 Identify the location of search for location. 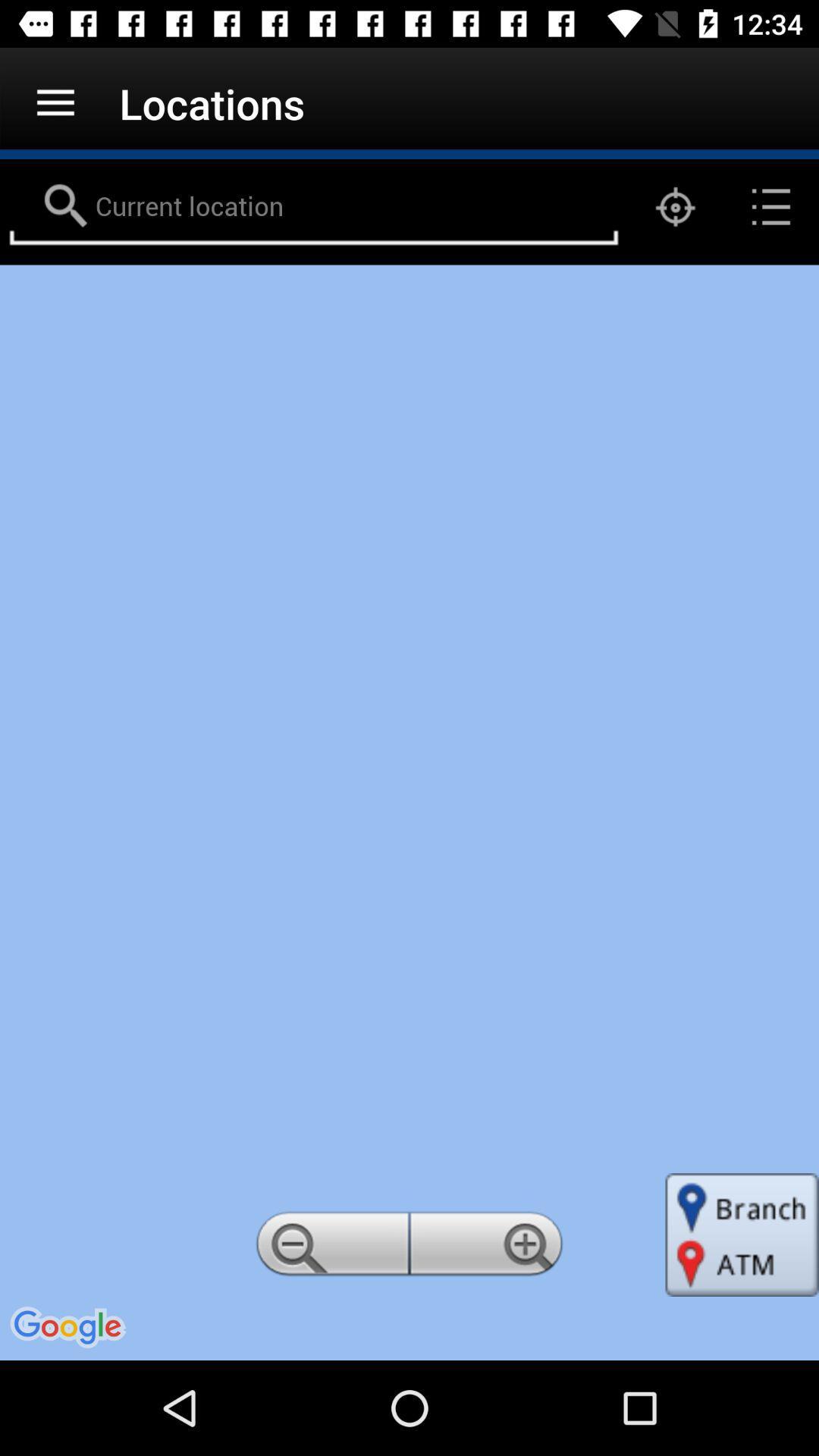
(312, 206).